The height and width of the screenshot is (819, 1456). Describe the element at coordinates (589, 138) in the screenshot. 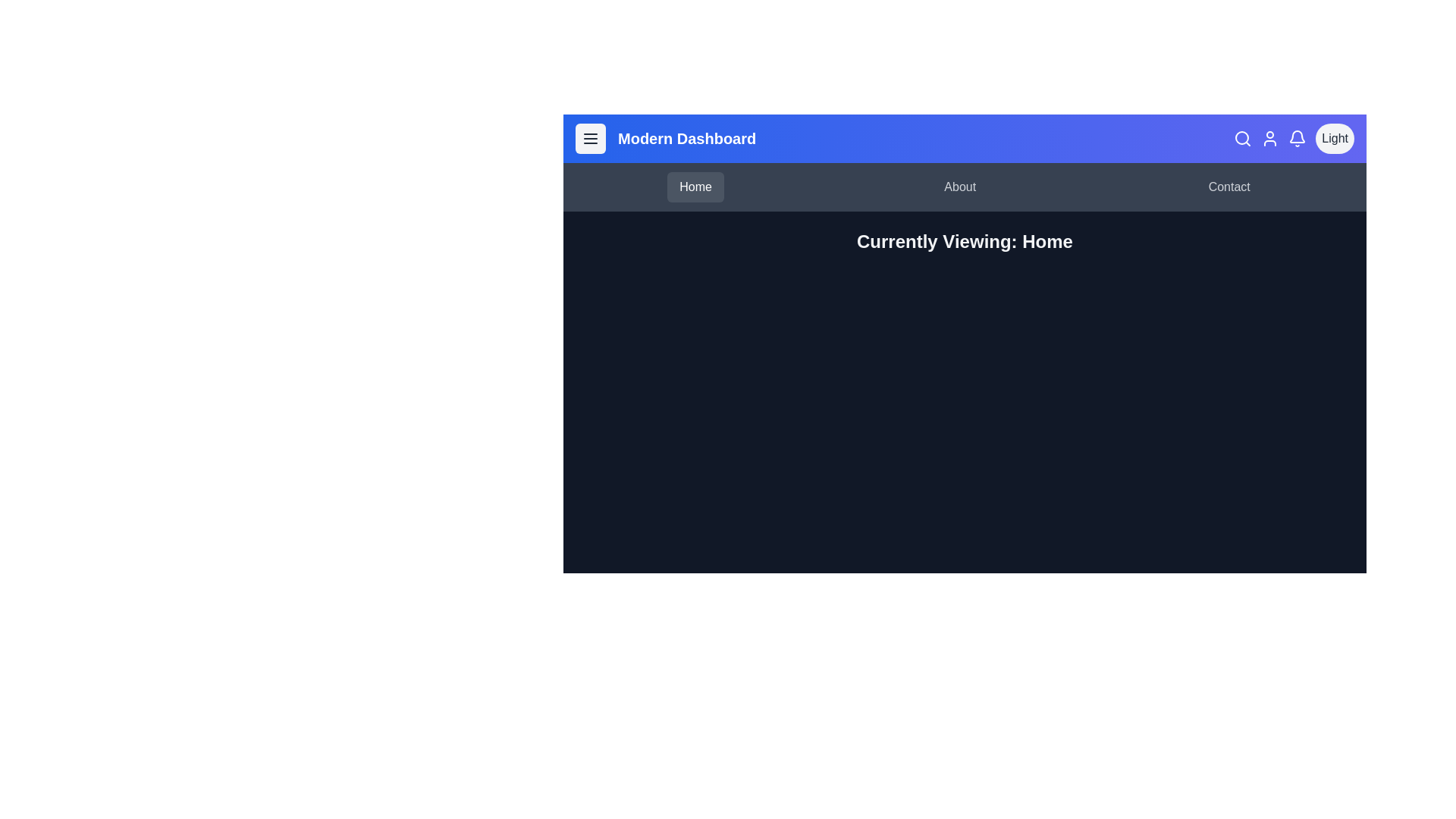

I see `the menu button to toggle the sidebar` at that location.